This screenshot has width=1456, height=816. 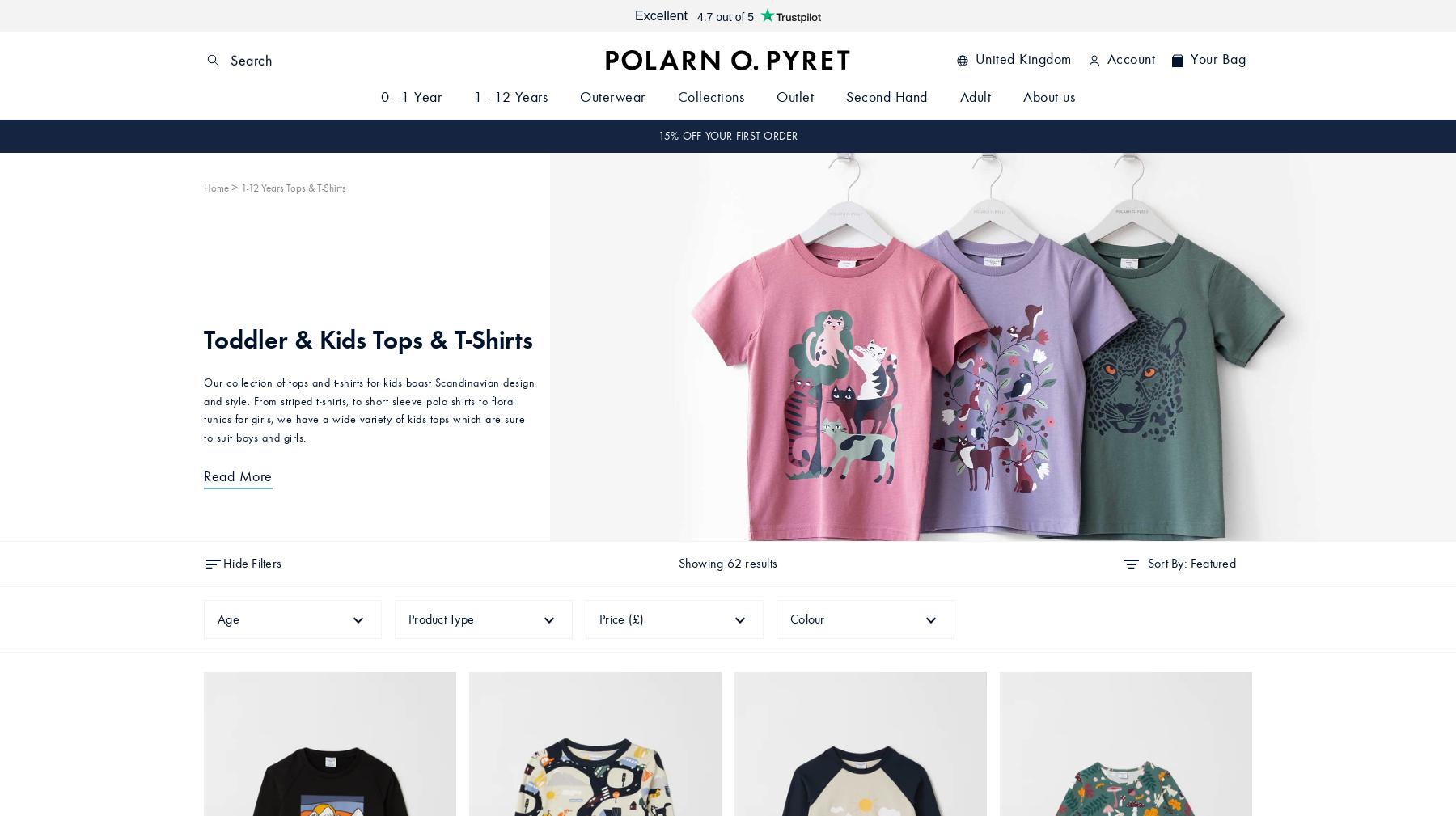 What do you see at coordinates (216, 187) in the screenshot?
I see `'Home'` at bounding box center [216, 187].